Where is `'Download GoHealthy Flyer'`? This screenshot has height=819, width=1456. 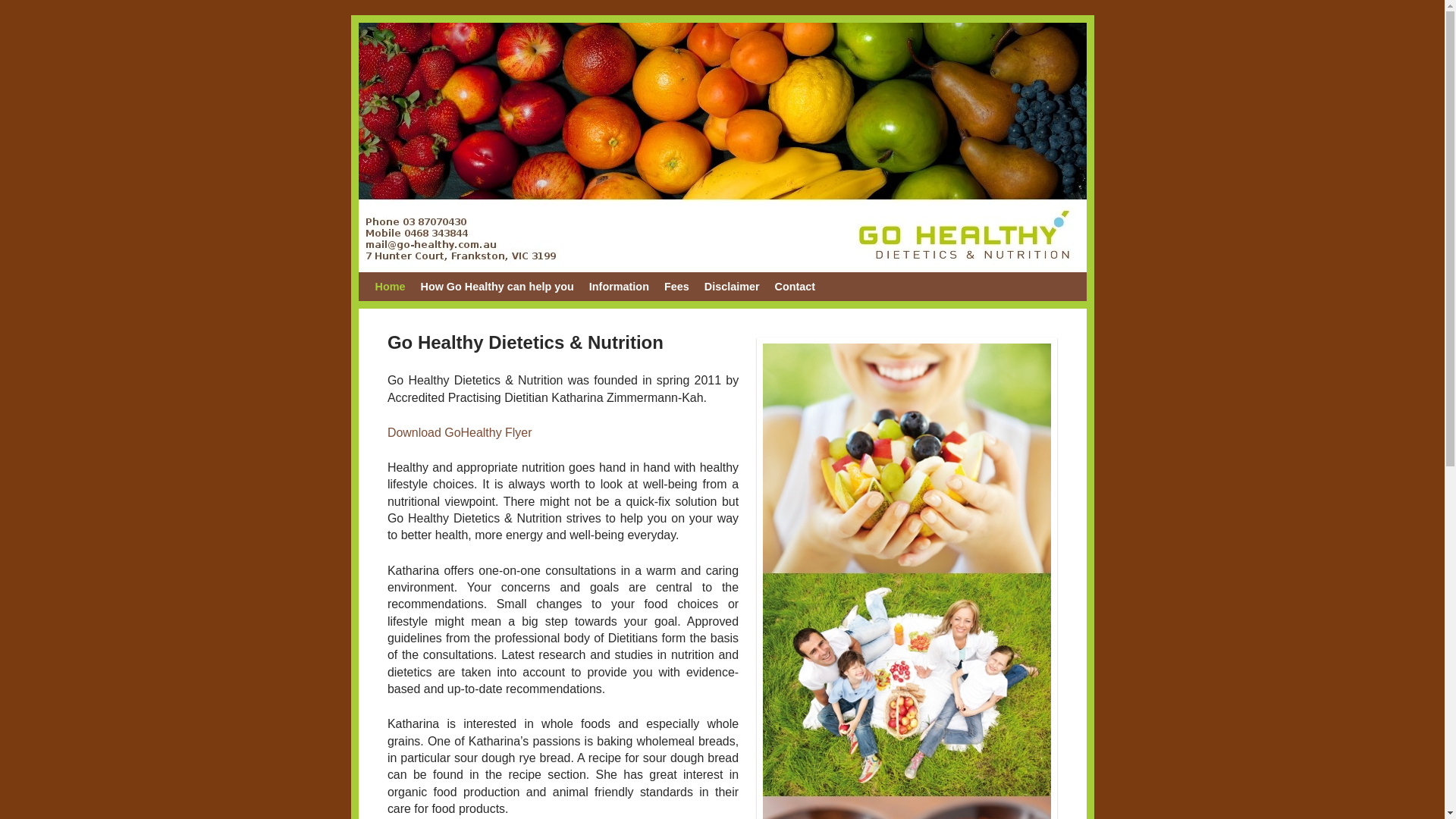 'Download GoHealthy Flyer' is located at coordinates (459, 432).